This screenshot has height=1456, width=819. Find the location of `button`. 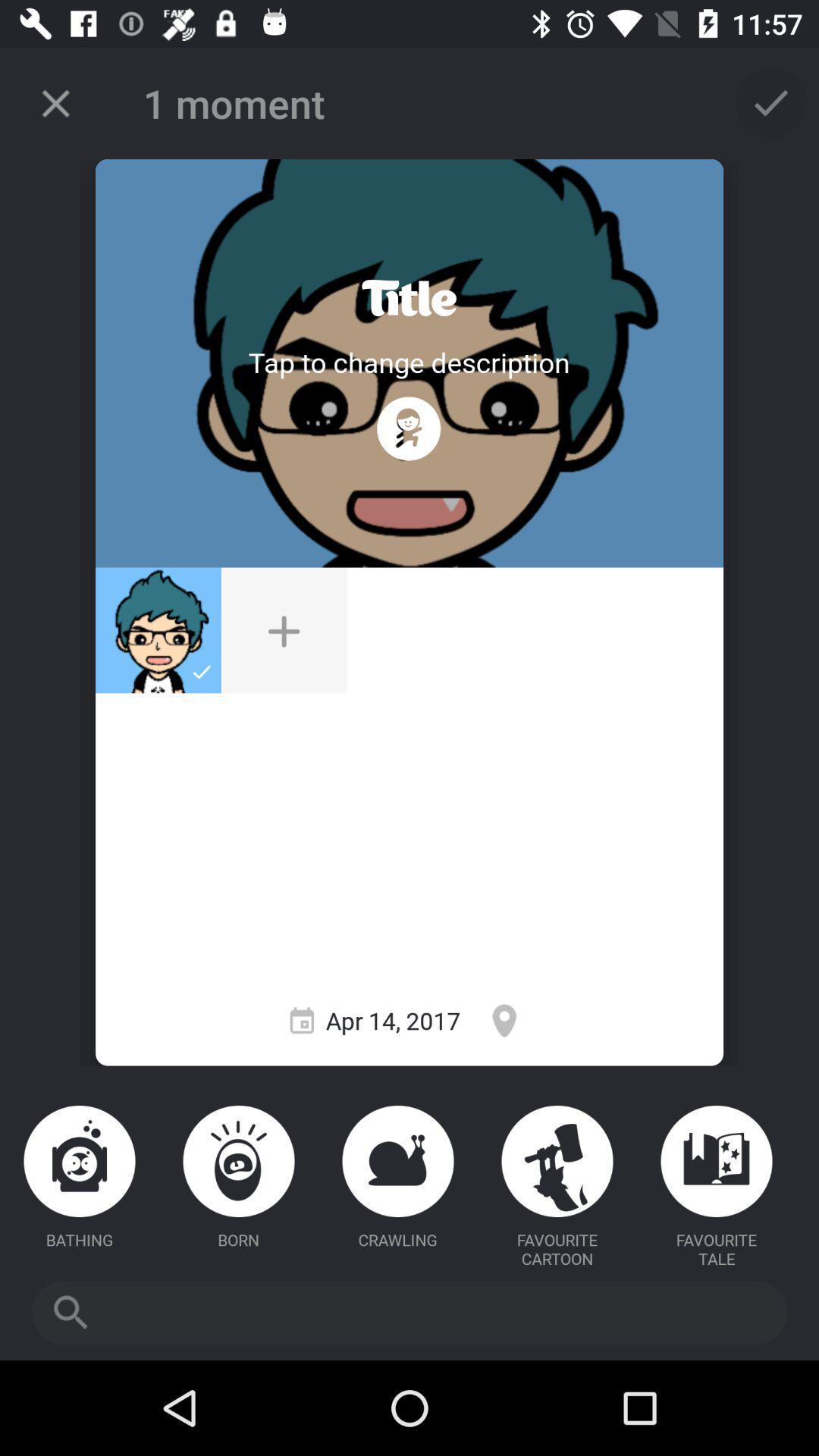

button is located at coordinates (284, 630).